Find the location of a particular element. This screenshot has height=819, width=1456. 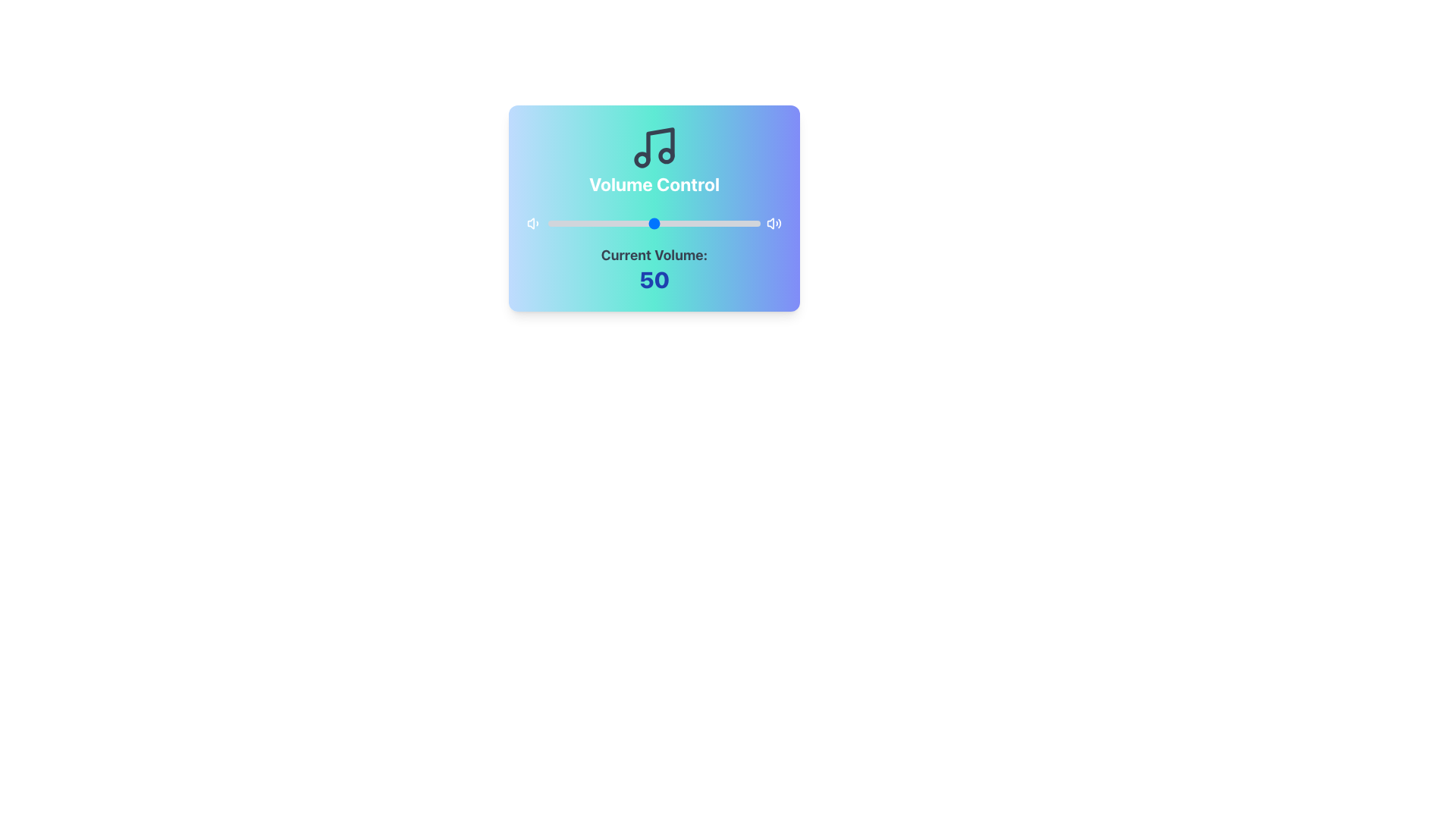

the Text Label that indicates the nature of the numerical value displayed below it, which shows the current volume level, positioned above the sibling element displaying '50' is located at coordinates (654, 254).